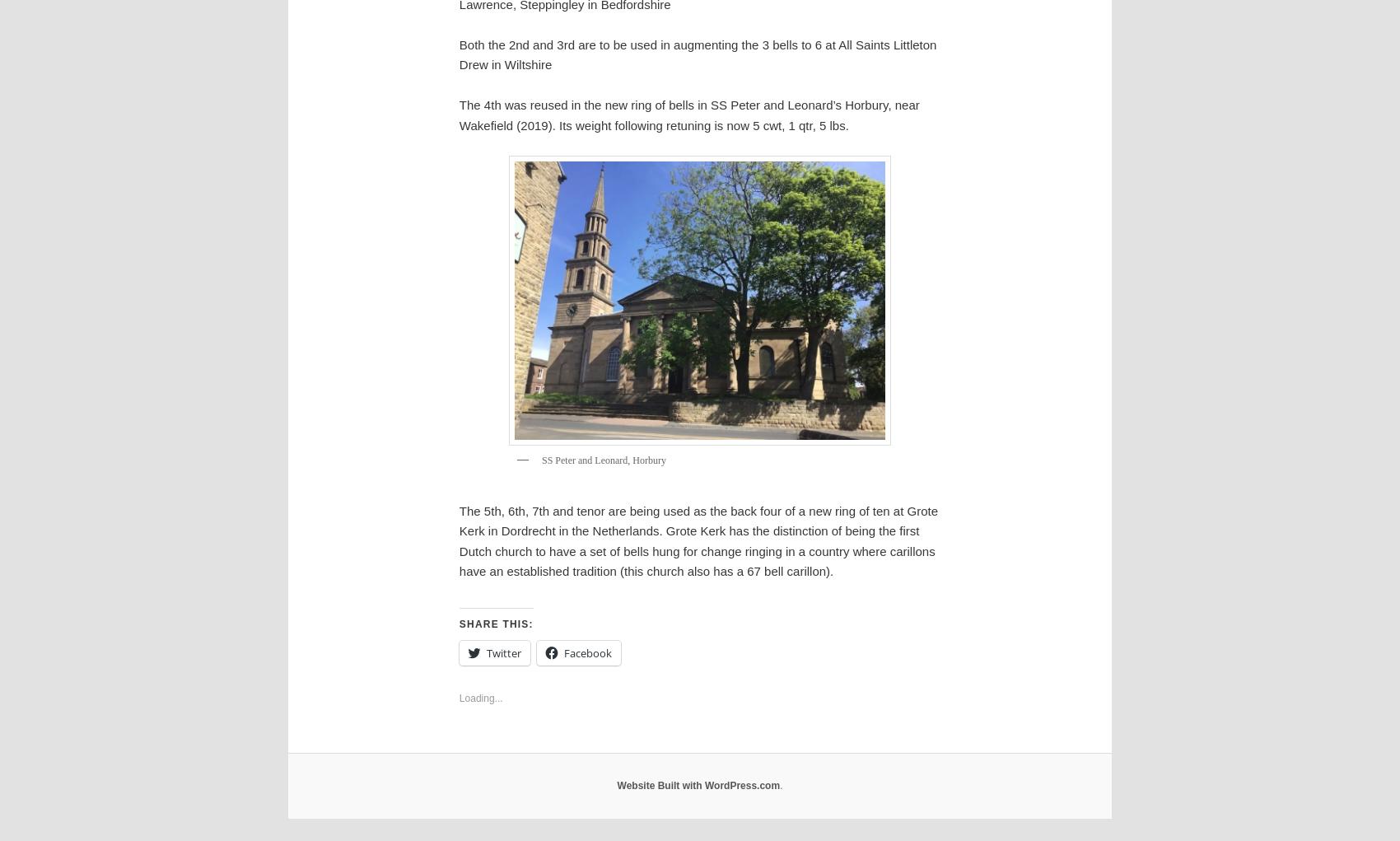  I want to click on 'The 5th, 6th, 7th and tenor are being used as the back four of a new ring of ten at Grote Kerk in Dordrecht in the Netherlands. Grote Kerk has the distinction of  being the first Dutch church to have a set of bells hung for change ringing in a country where carillons have an established tradition (this church also has a 67 bell carillon).', so click(697, 539).